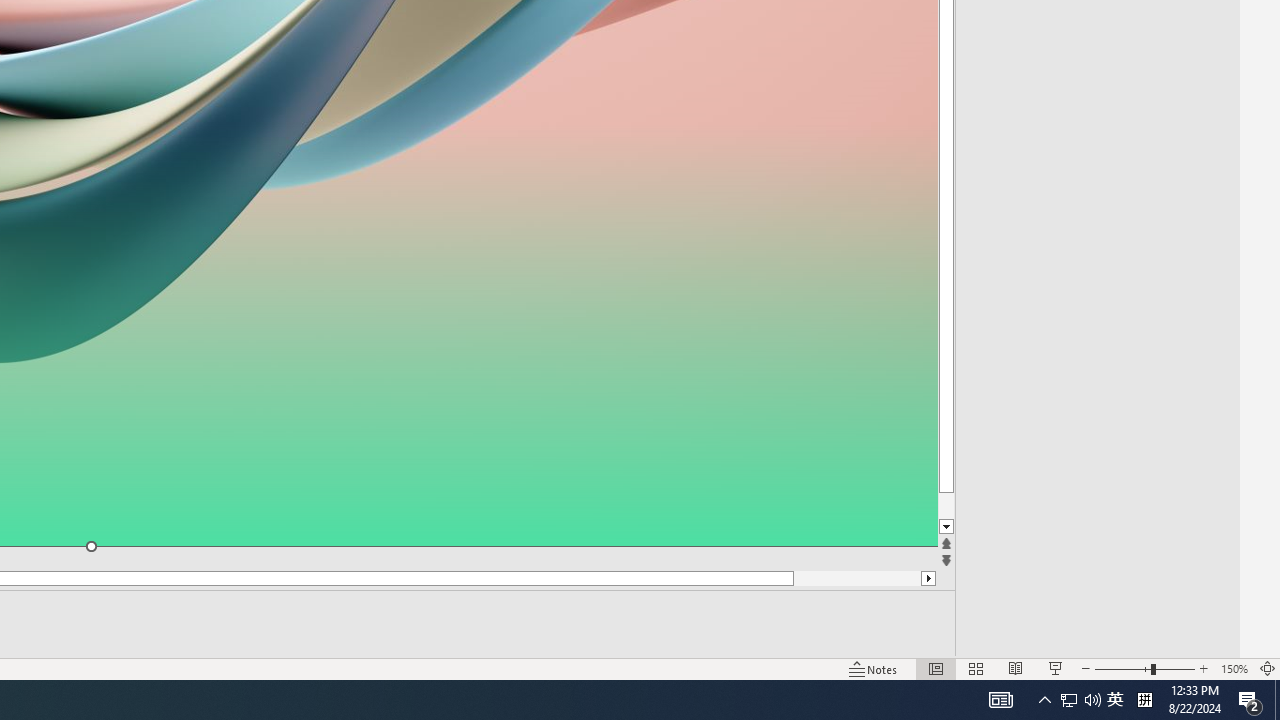 This screenshot has height=720, width=1280. What do you see at coordinates (1250, 698) in the screenshot?
I see `'Action Center, 2 new notifications'` at bounding box center [1250, 698].